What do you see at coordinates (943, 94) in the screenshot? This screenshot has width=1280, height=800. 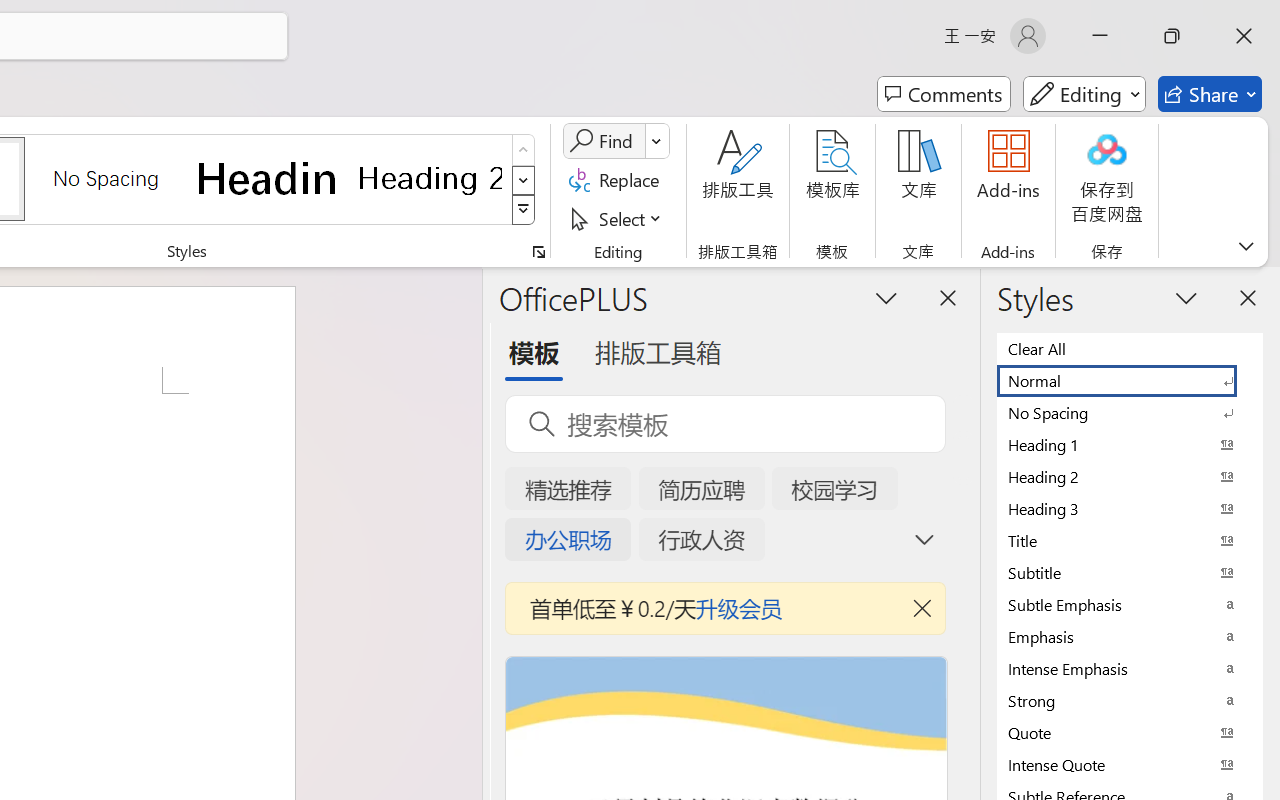 I see `'Comments'` at bounding box center [943, 94].